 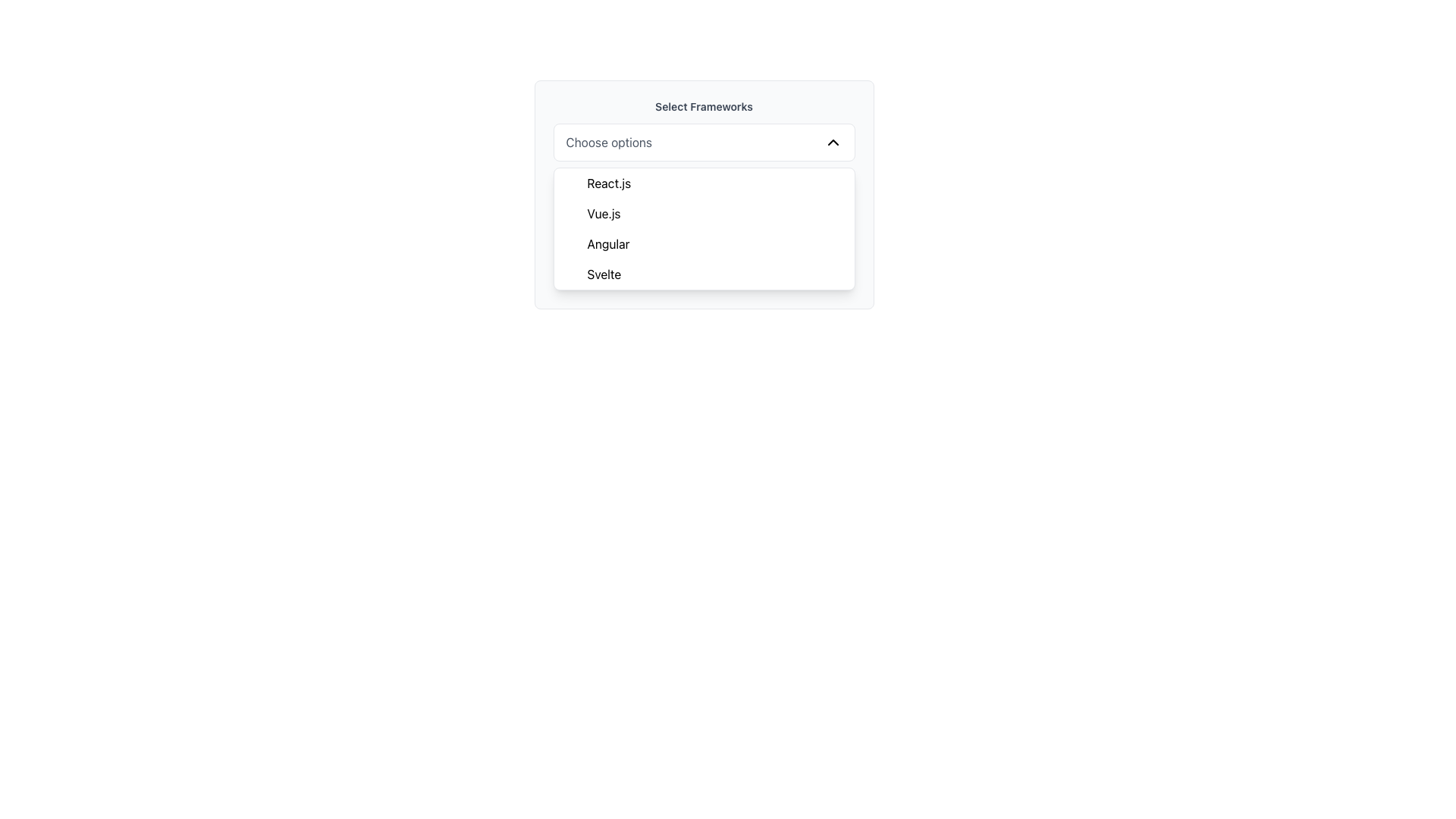 I want to click on the static text label 'Select Frameworks' which is a bold dark gray heading at the top of its section, above selectable options, so click(x=703, y=106).